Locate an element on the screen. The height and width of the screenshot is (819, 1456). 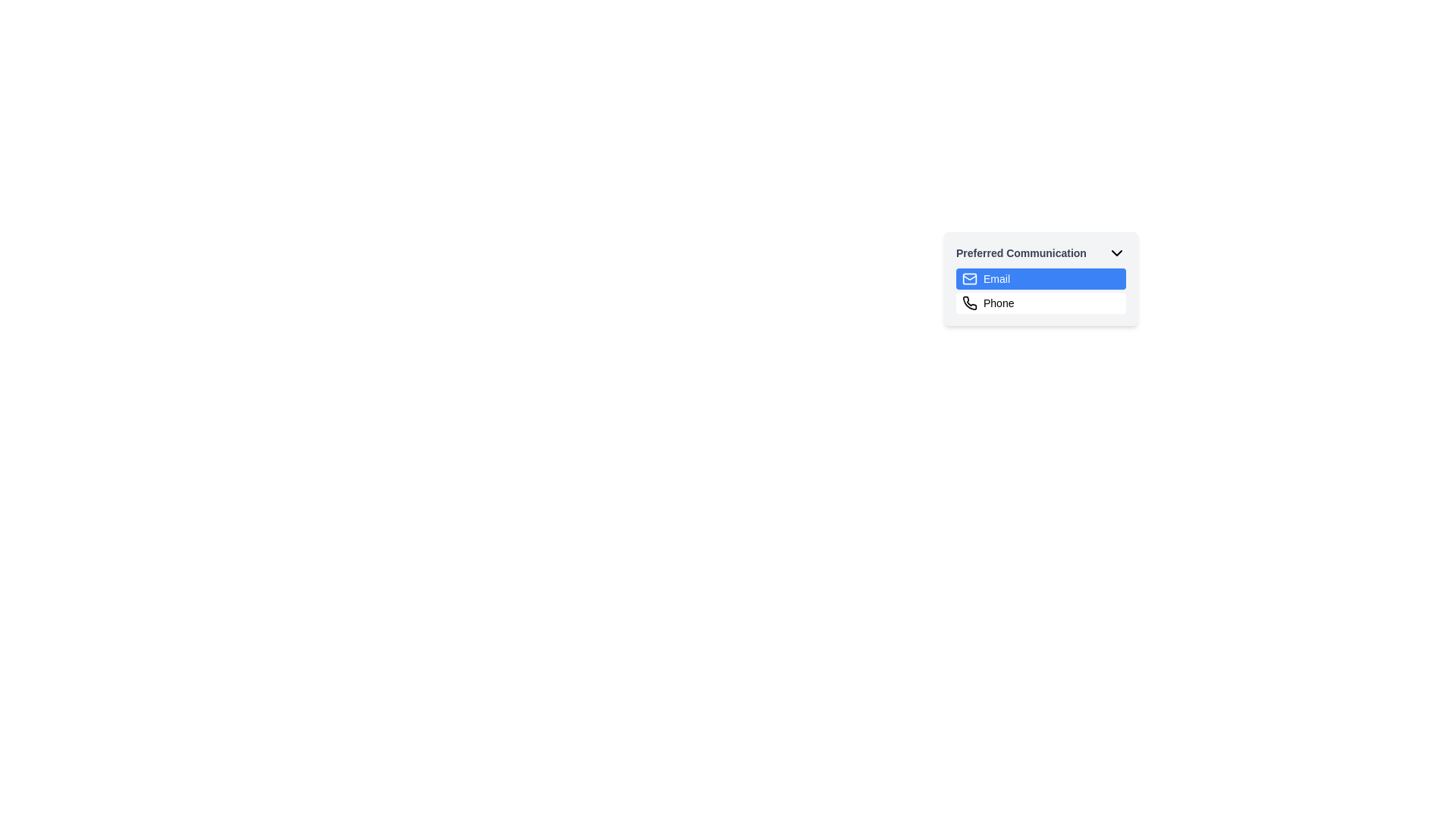
the options in the Dropdown menu labeled 'Preferred Communication' is located at coordinates (1040, 291).